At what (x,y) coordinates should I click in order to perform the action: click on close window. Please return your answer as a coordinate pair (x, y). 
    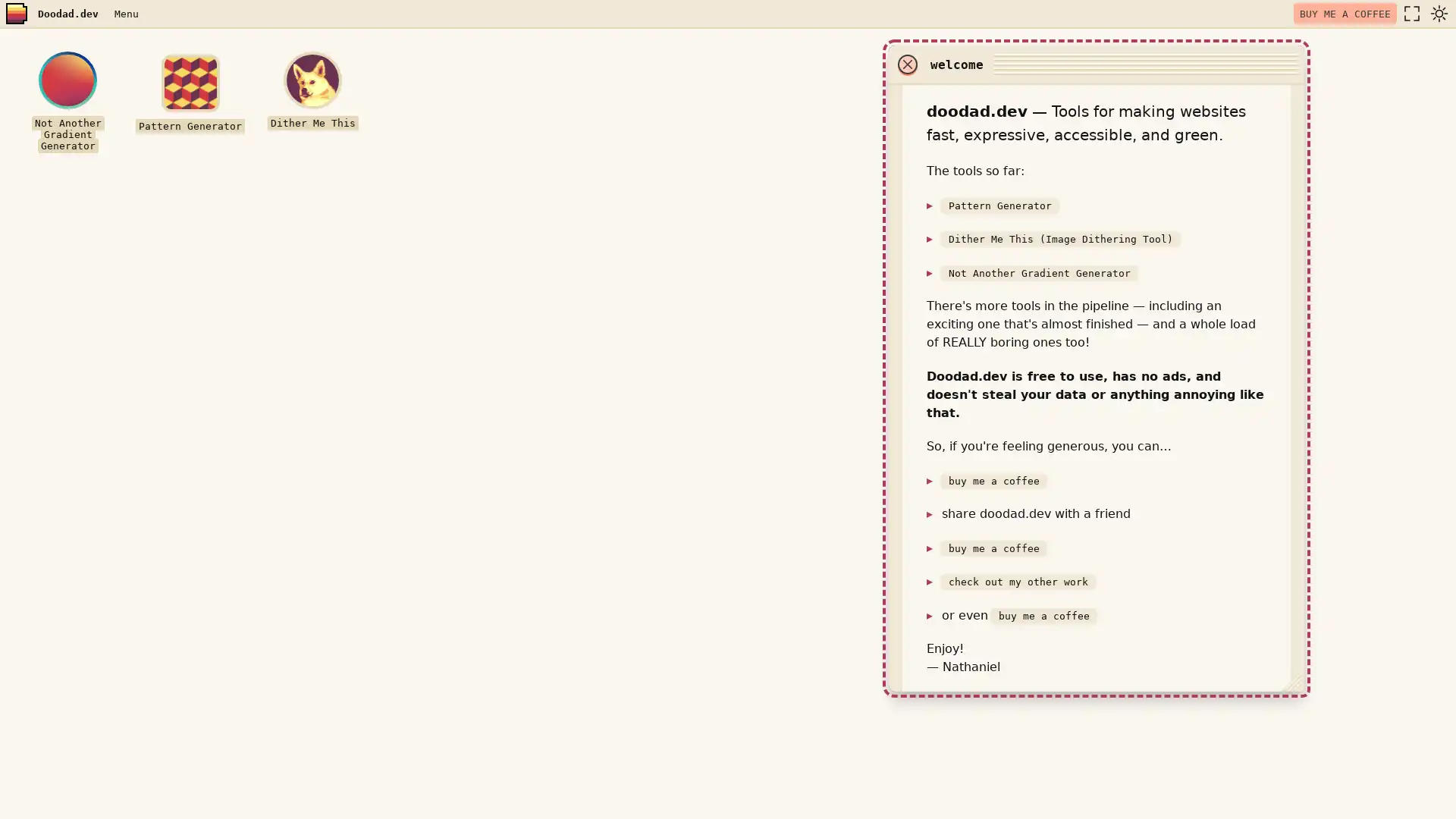
    Looking at the image, I should click on (934, 63).